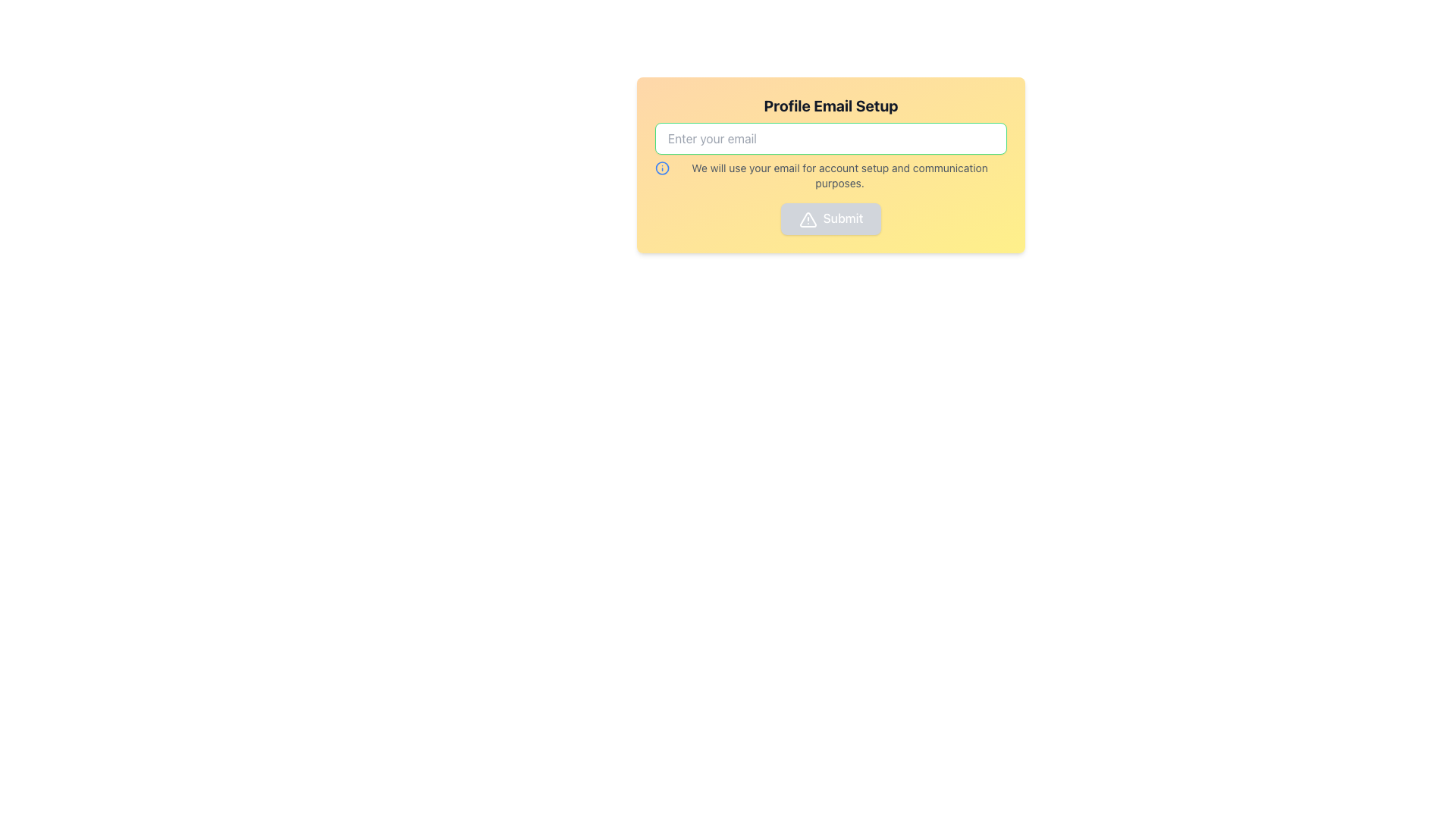  Describe the element at coordinates (830, 218) in the screenshot. I see `the disabled submit button located at the bottom of the card layout, which has a gradient background transitioning from orange to yellow, directly below the text 'We will use your email for account setup and communication purposes.'` at that location.